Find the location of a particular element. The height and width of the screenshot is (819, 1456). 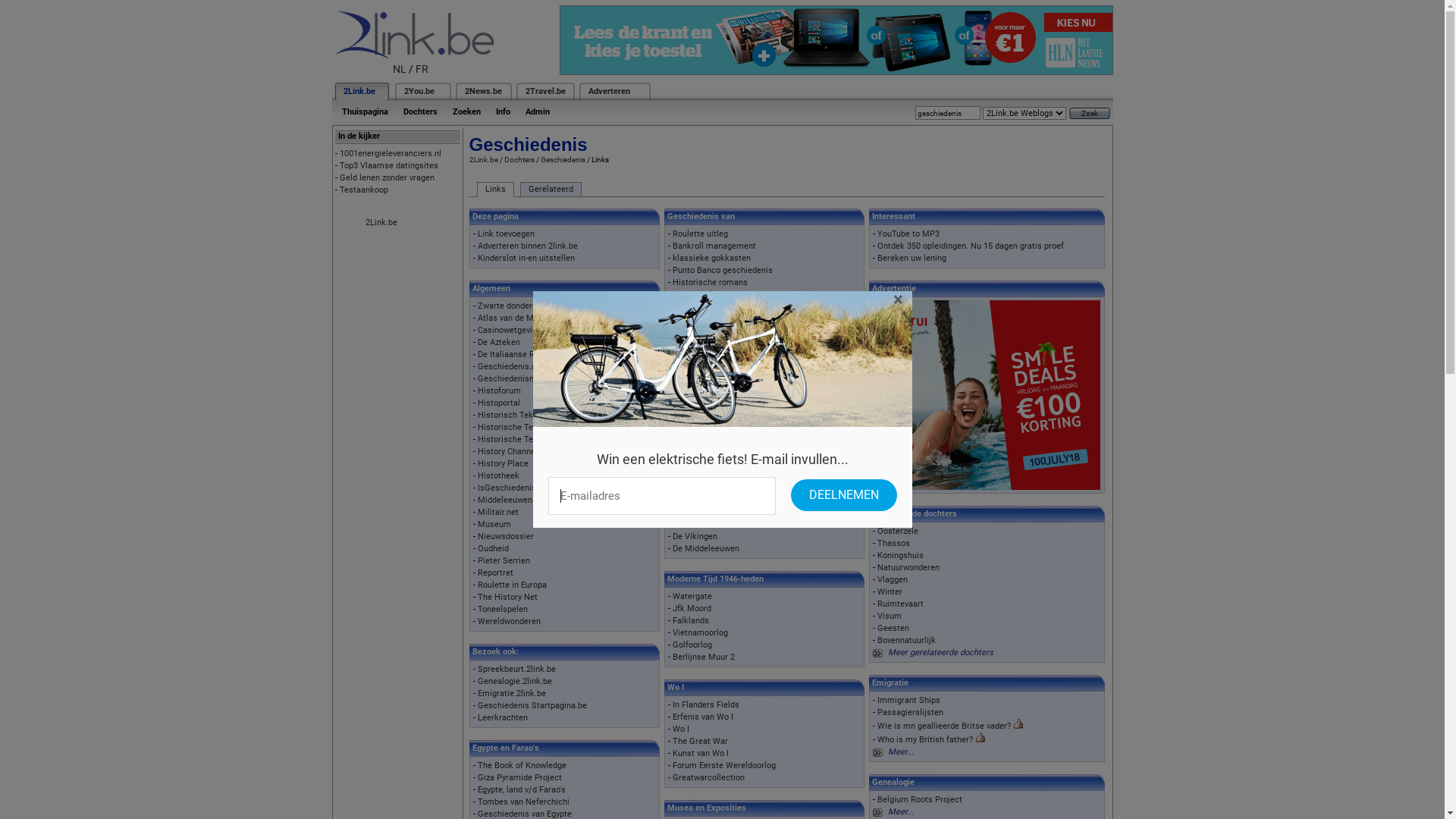

'Zoek' is located at coordinates (1088, 112).